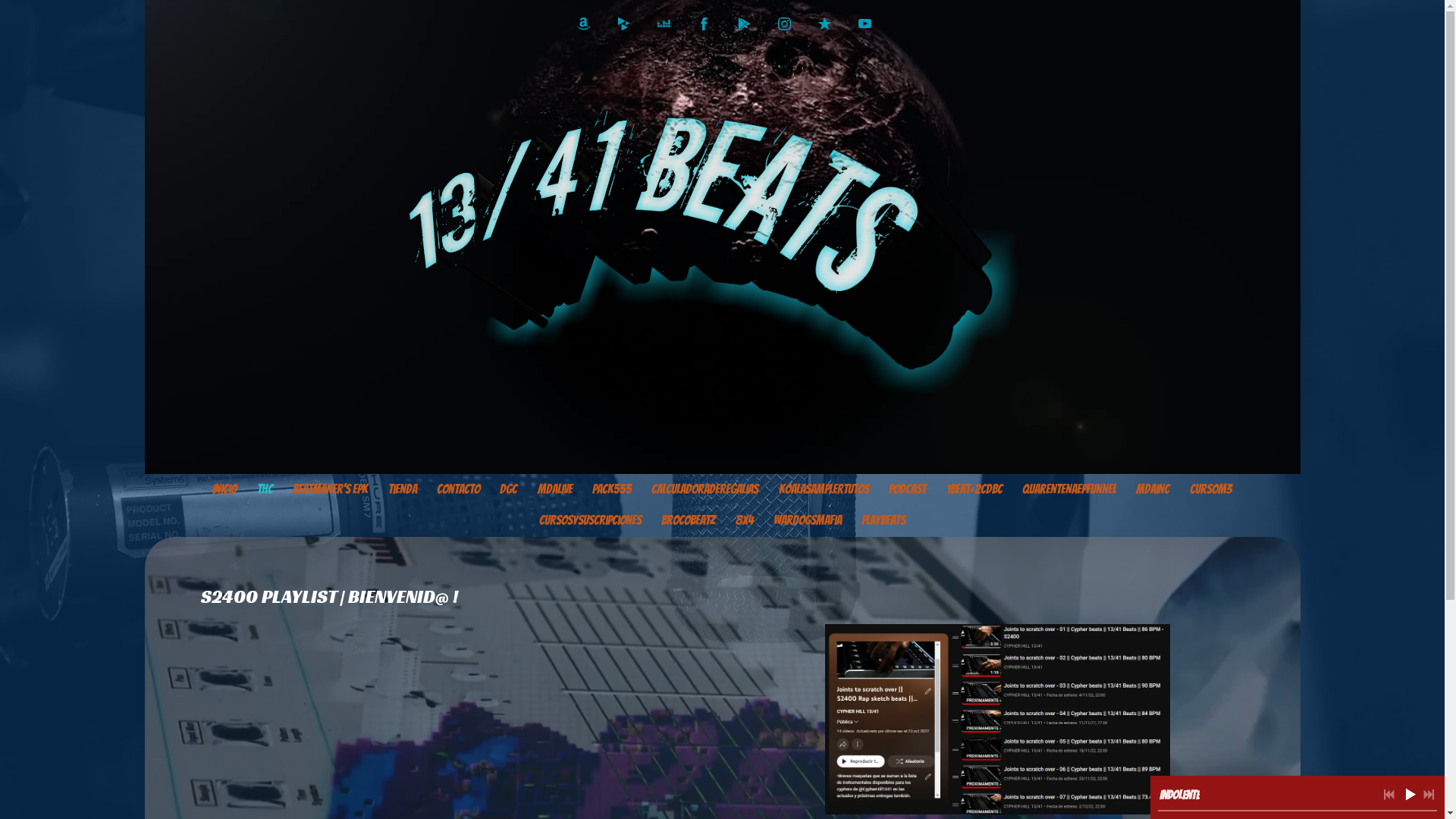 This screenshot has height=819, width=1456. Describe the element at coordinates (1068, 489) in the screenshot. I see `'QuarentenaEPfunnel'` at that location.